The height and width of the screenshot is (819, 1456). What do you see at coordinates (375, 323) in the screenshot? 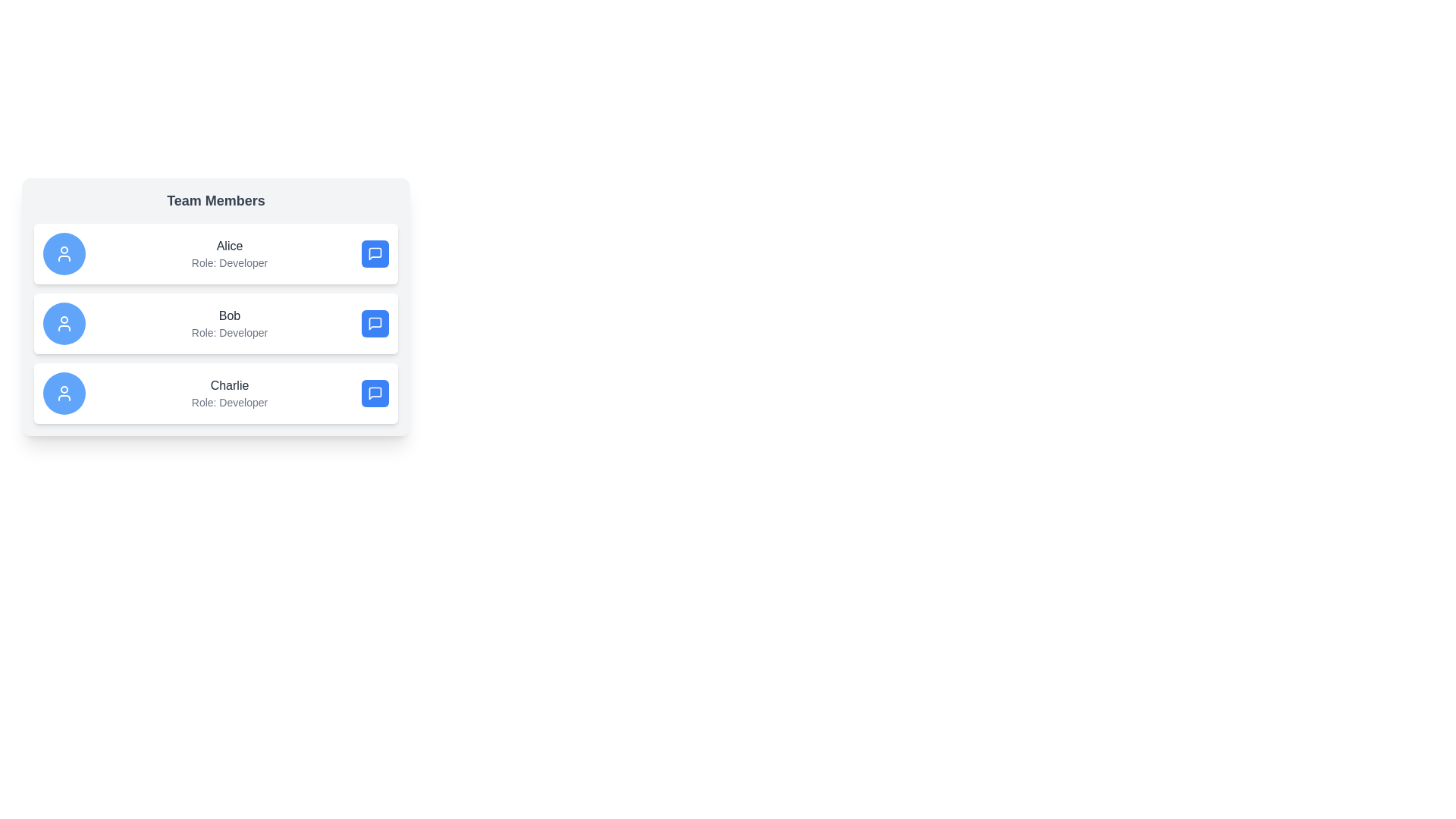
I see `the speech bubble icon located inside the button aligned to the right of the row containing 'Bob' to initiate a chat` at bounding box center [375, 323].